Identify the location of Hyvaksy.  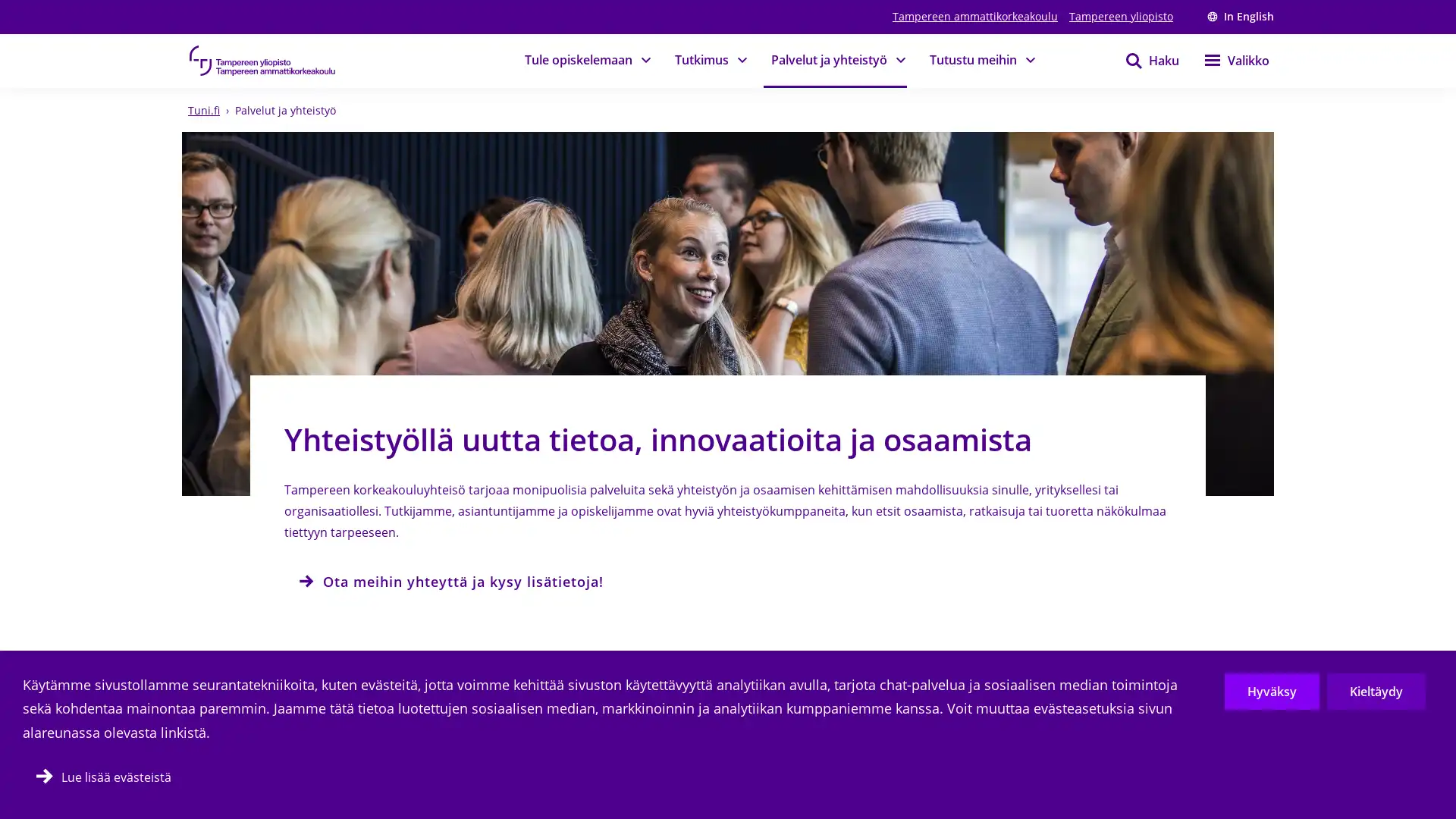
(1272, 690).